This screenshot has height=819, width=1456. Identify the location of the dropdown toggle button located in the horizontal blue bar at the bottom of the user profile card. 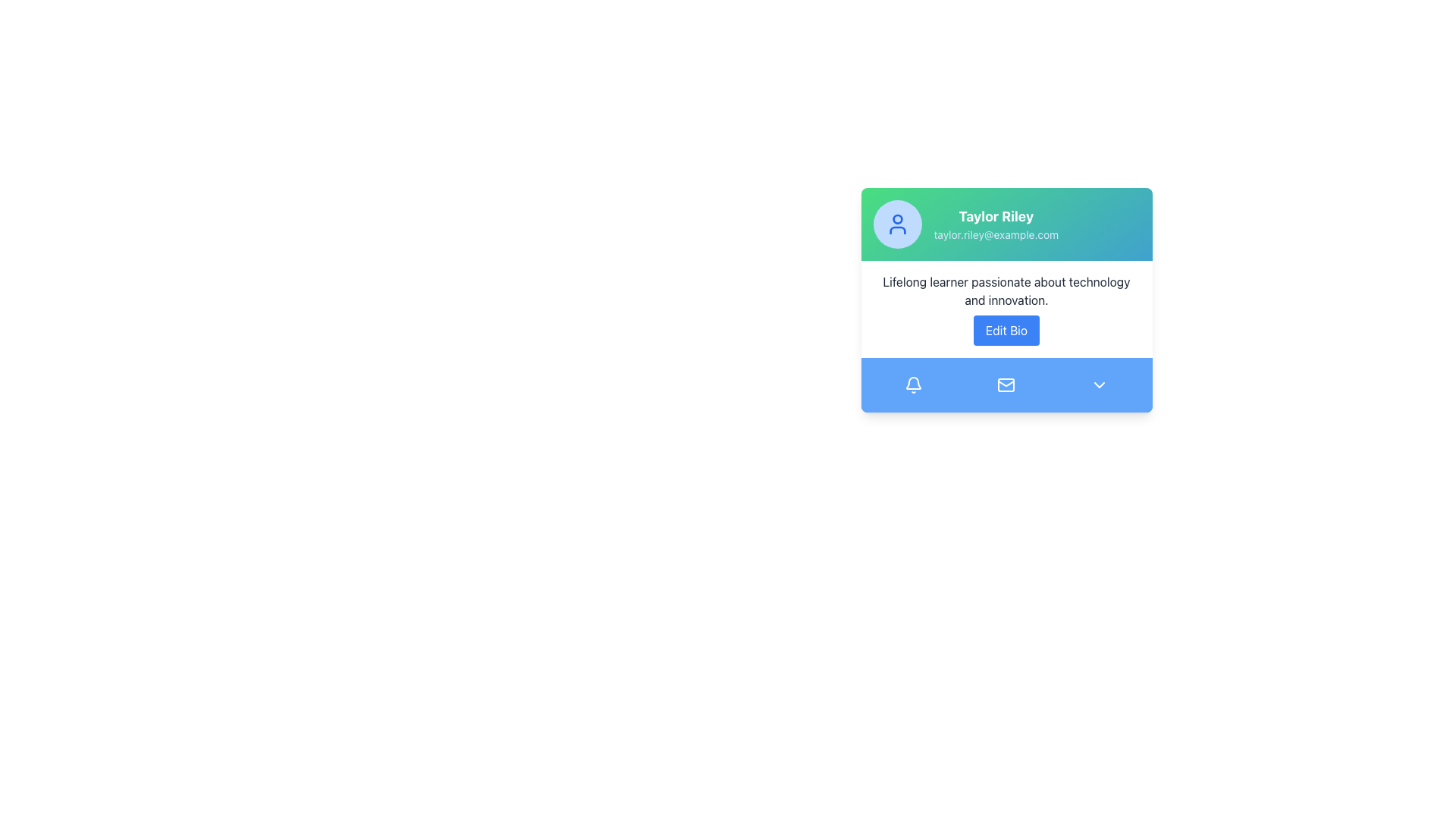
(1099, 384).